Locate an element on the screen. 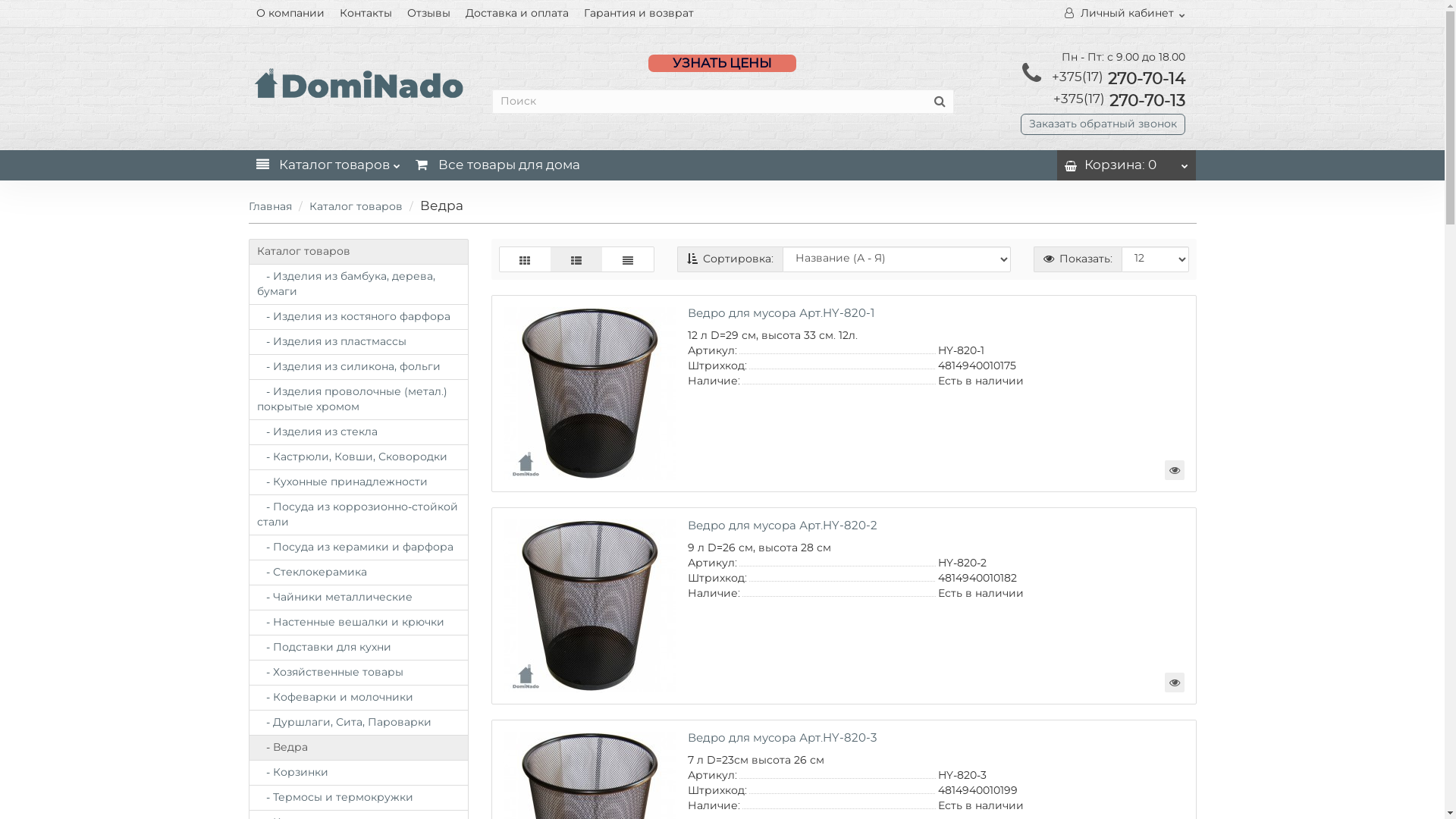 This screenshot has height=819, width=1456. '+375(17) 270-70-14' is located at coordinates (1117, 79).